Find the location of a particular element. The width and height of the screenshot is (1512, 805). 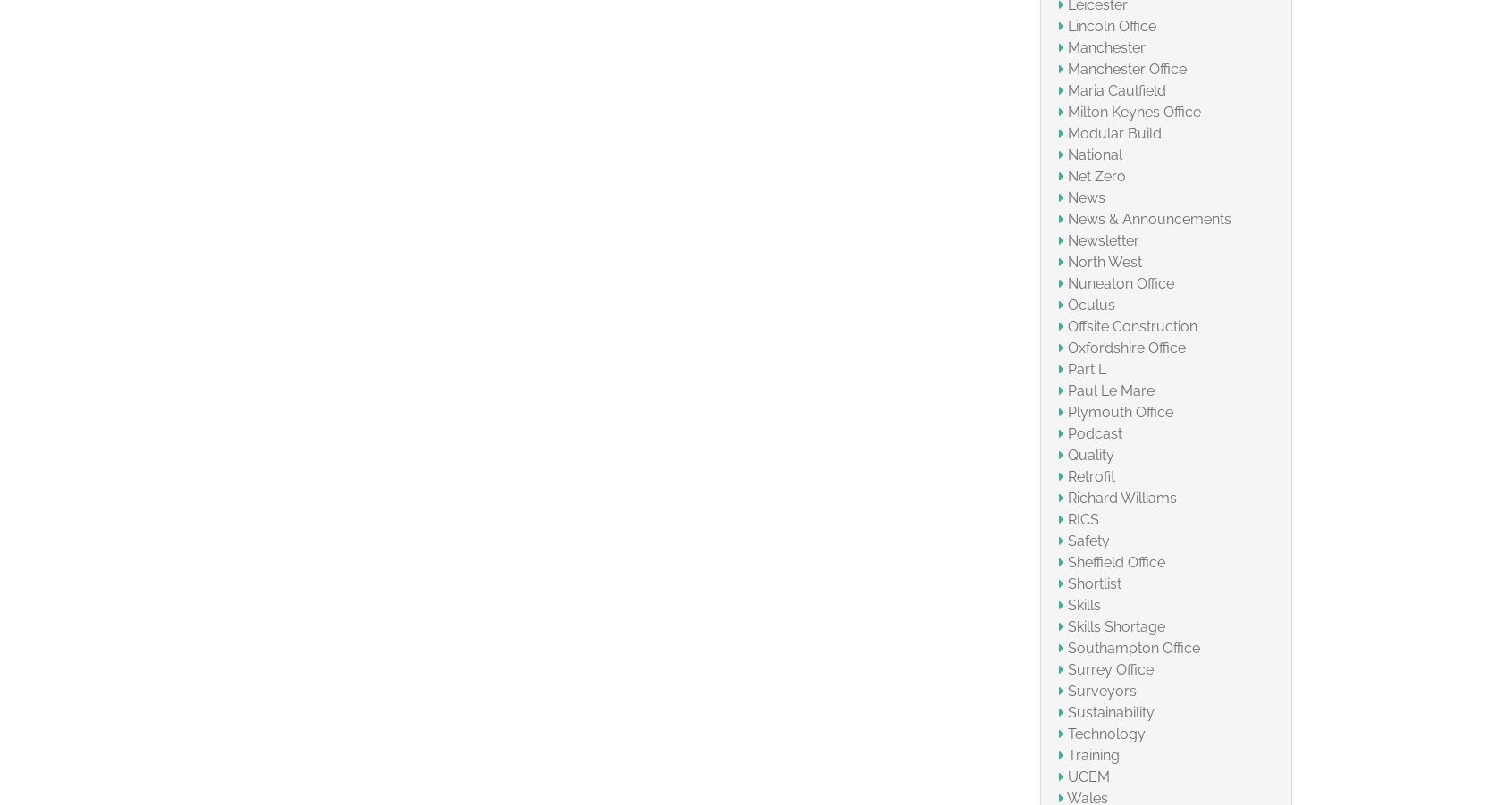

'RICS' is located at coordinates (1066, 517).